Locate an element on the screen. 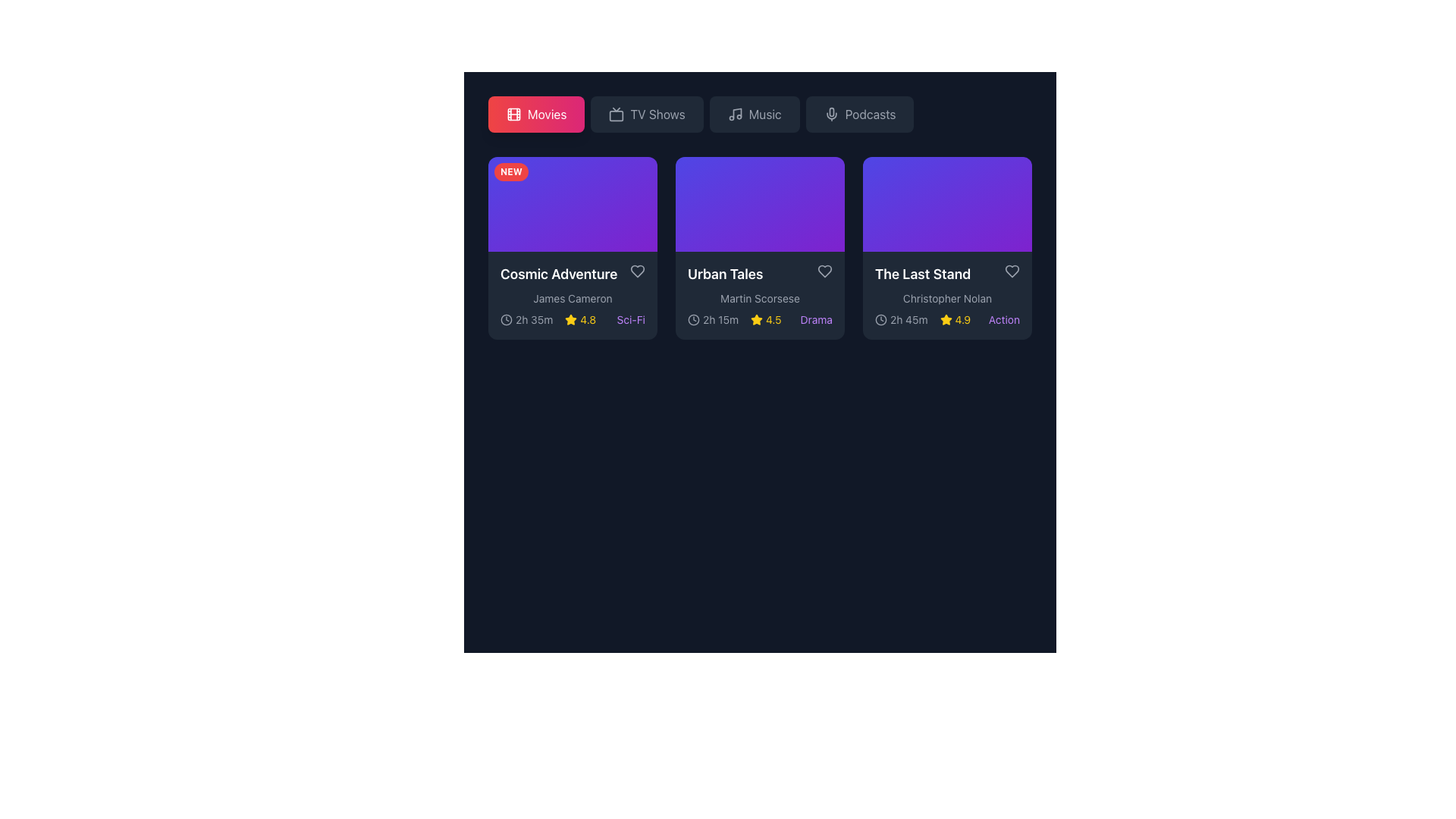 Image resolution: width=1456 pixels, height=819 pixels. the second card in the horizontal layout representing a movie or show is located at coordinates (760, 247).